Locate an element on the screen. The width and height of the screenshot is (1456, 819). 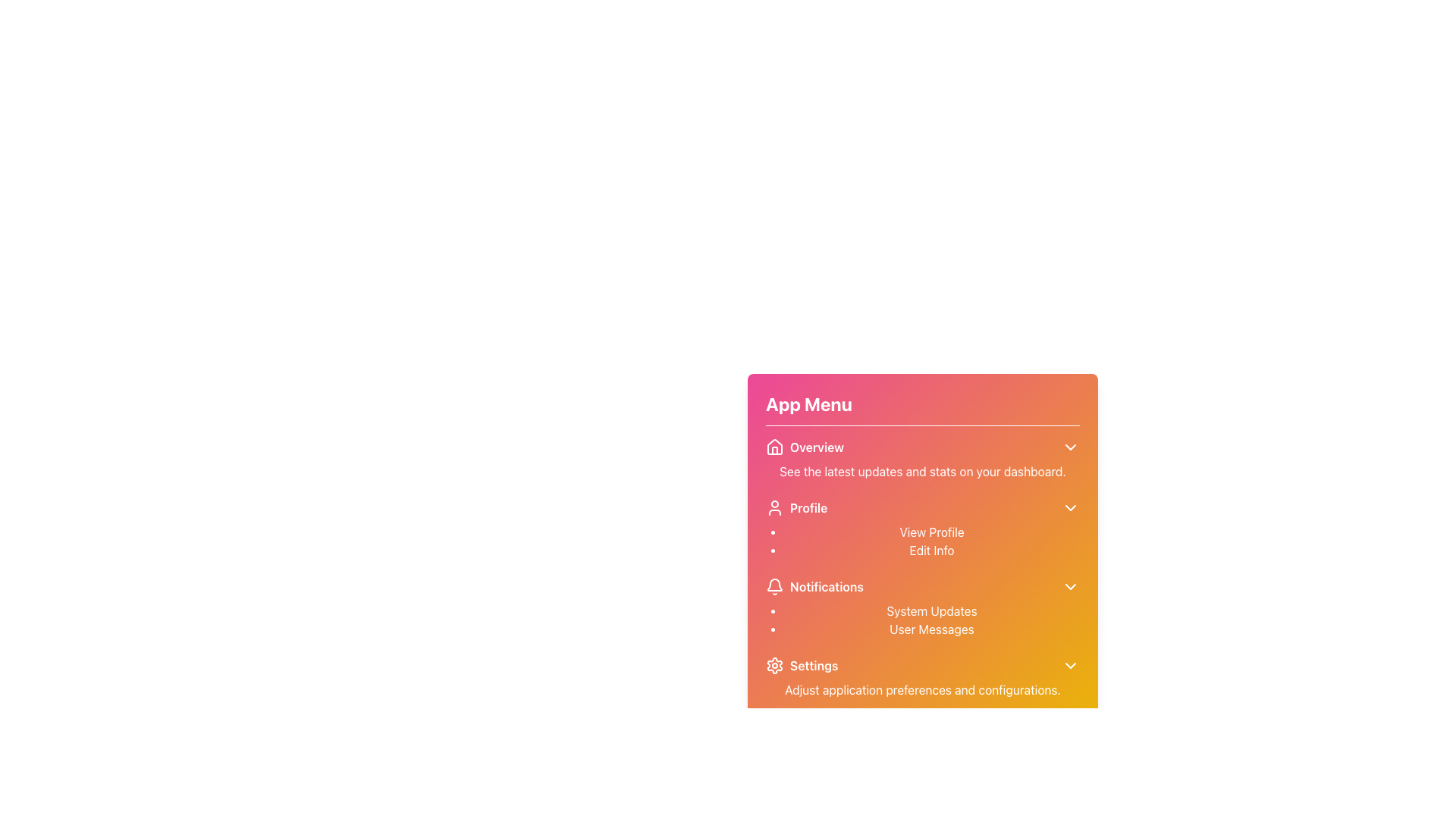
the text label displaying 'Overview' in bold white font, located in the menu panel to the right of the home icon is located at coordinates (816, 447).